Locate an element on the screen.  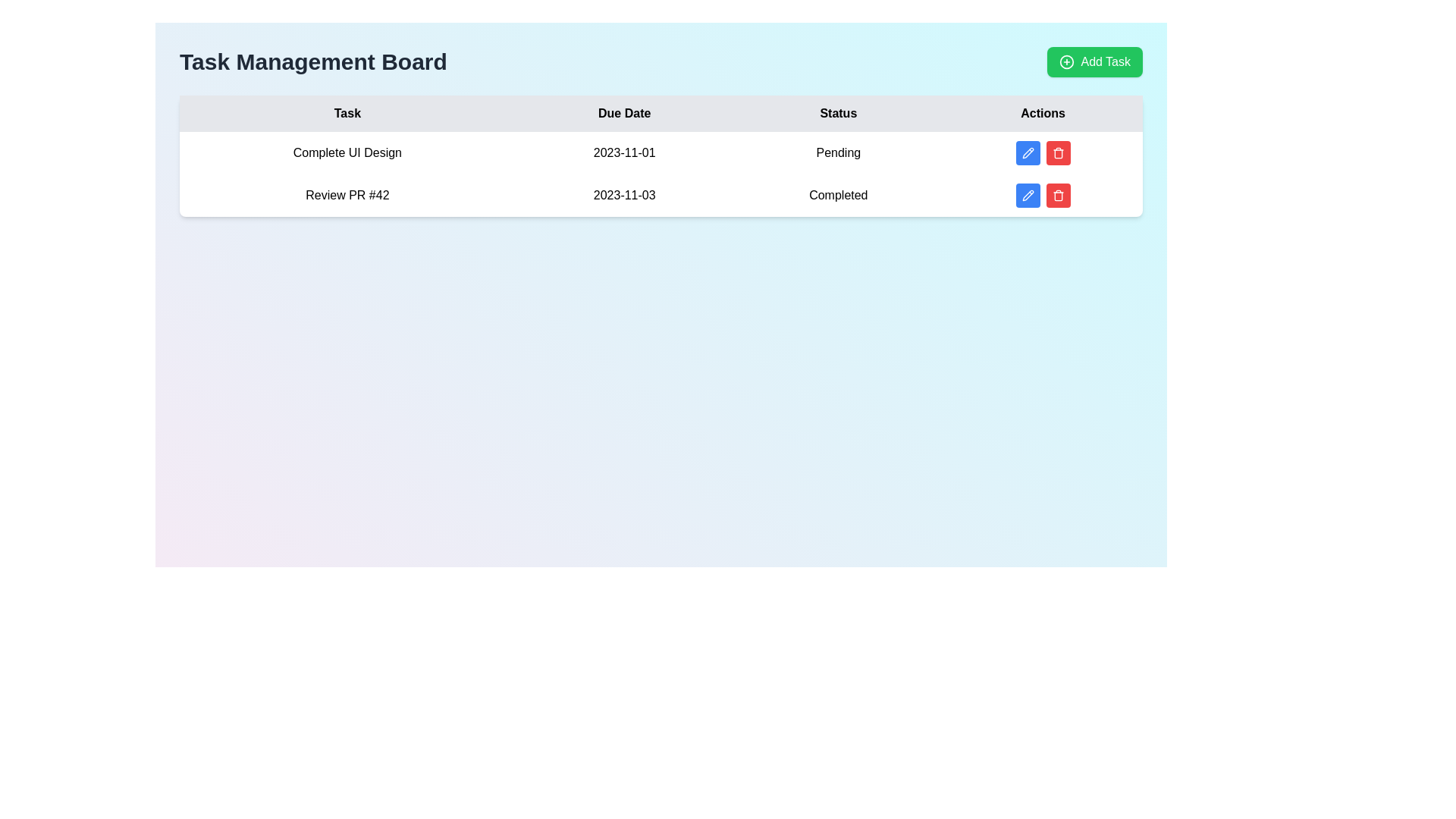
the static text label displaying 'Review PR #42' located in the 'Task' column, which is the second entry beneath 'Complete UI Design' is located at coordinates (347, 195).